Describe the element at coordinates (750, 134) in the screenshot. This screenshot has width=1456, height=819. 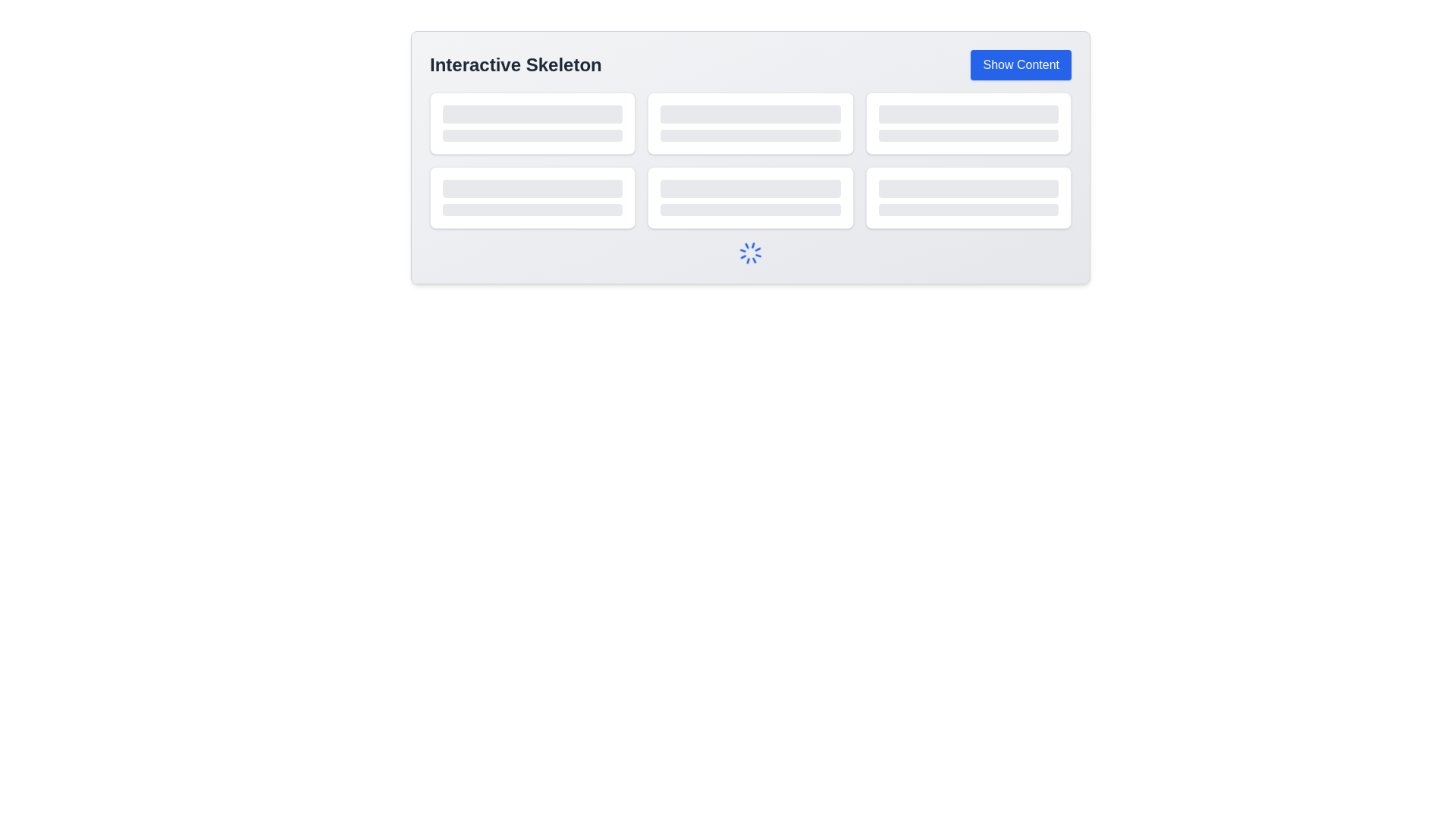
I see `the Loading placeholder, which is a horizontally elongated rectangle with a light gray background located below another taller rectangular bar in the center of the application's layout` at that location.